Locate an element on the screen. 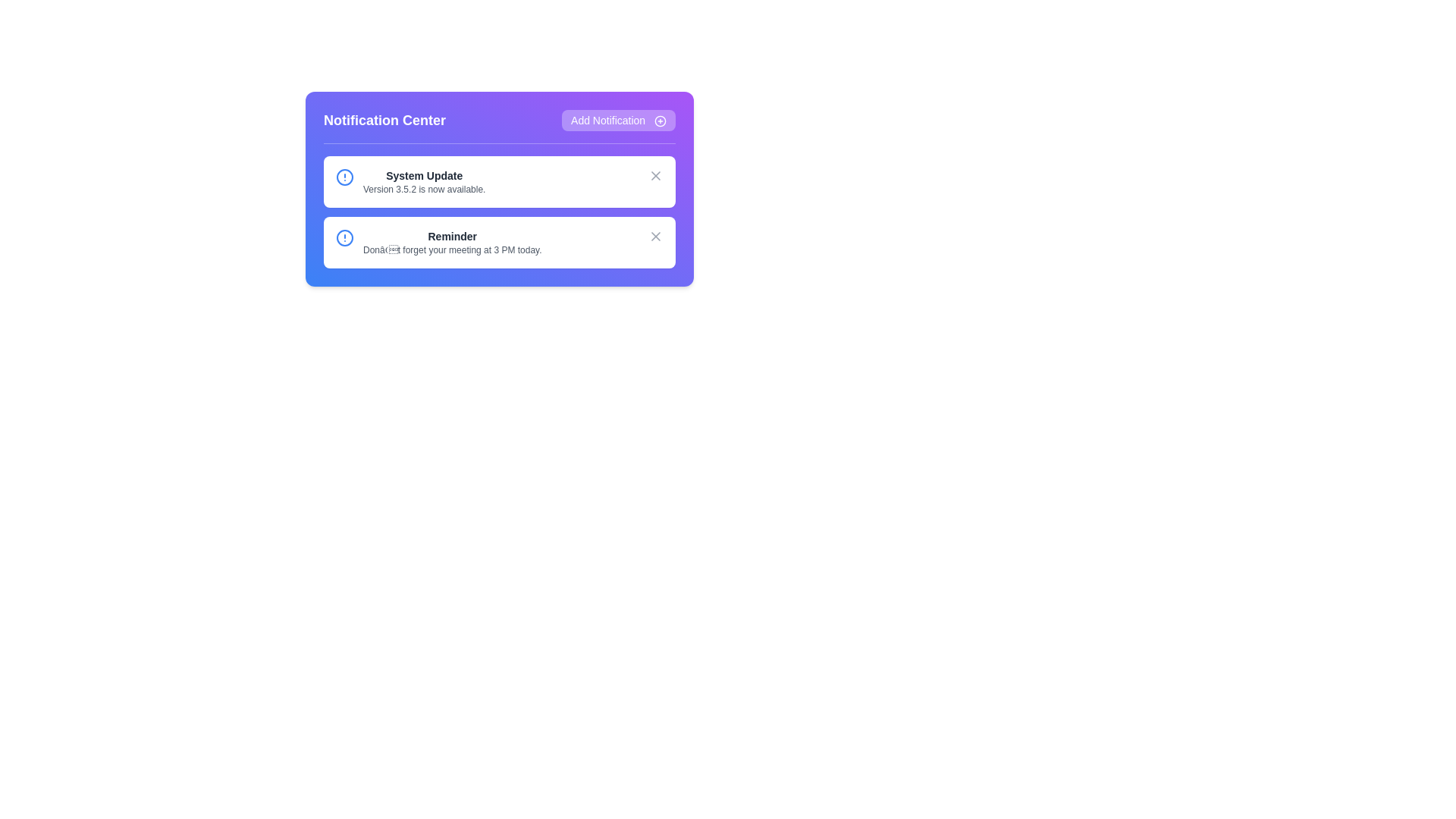 The image size is (1456, 819). the button located at the top-right corner of the 'Notification Center' section header is located at coordinates (619, 119).